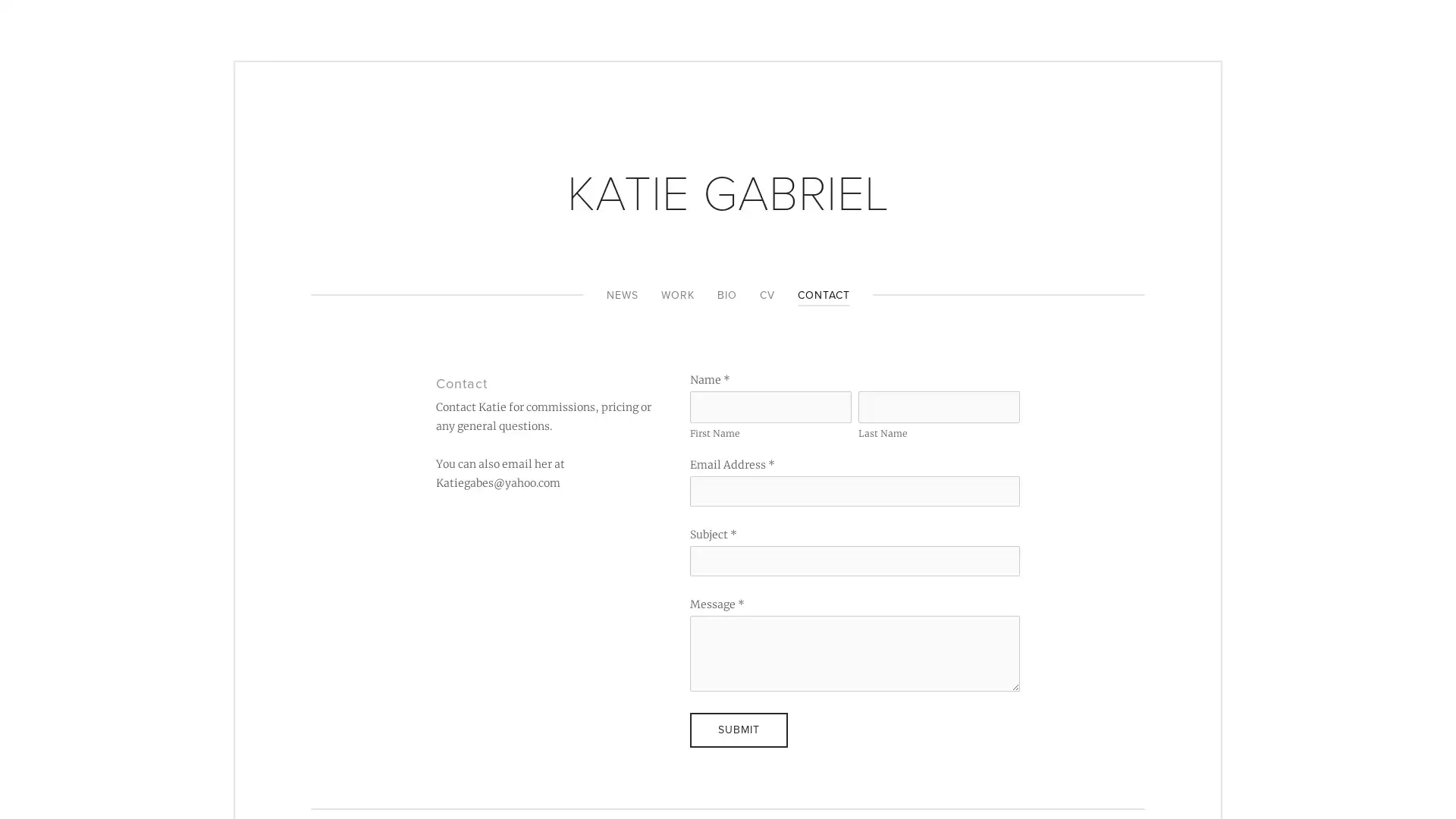 The width and height of the screenshot is (1456, 819). What do you see at coordinates (739, 728) in the screenshot?
I see `Submit` at bounding box center [739, 728].